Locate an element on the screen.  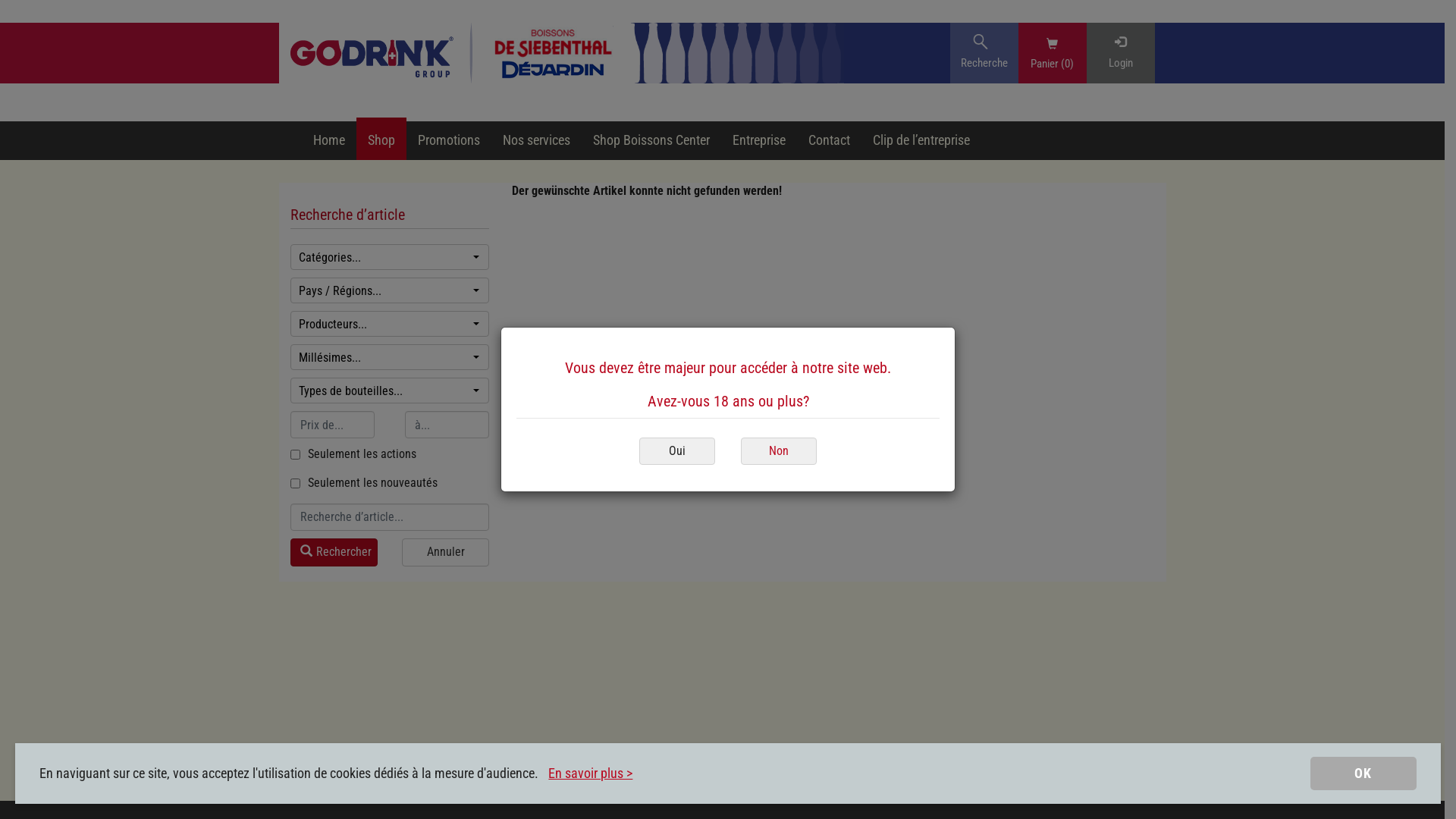
'Nos services' is located at coordinates (536, 140).